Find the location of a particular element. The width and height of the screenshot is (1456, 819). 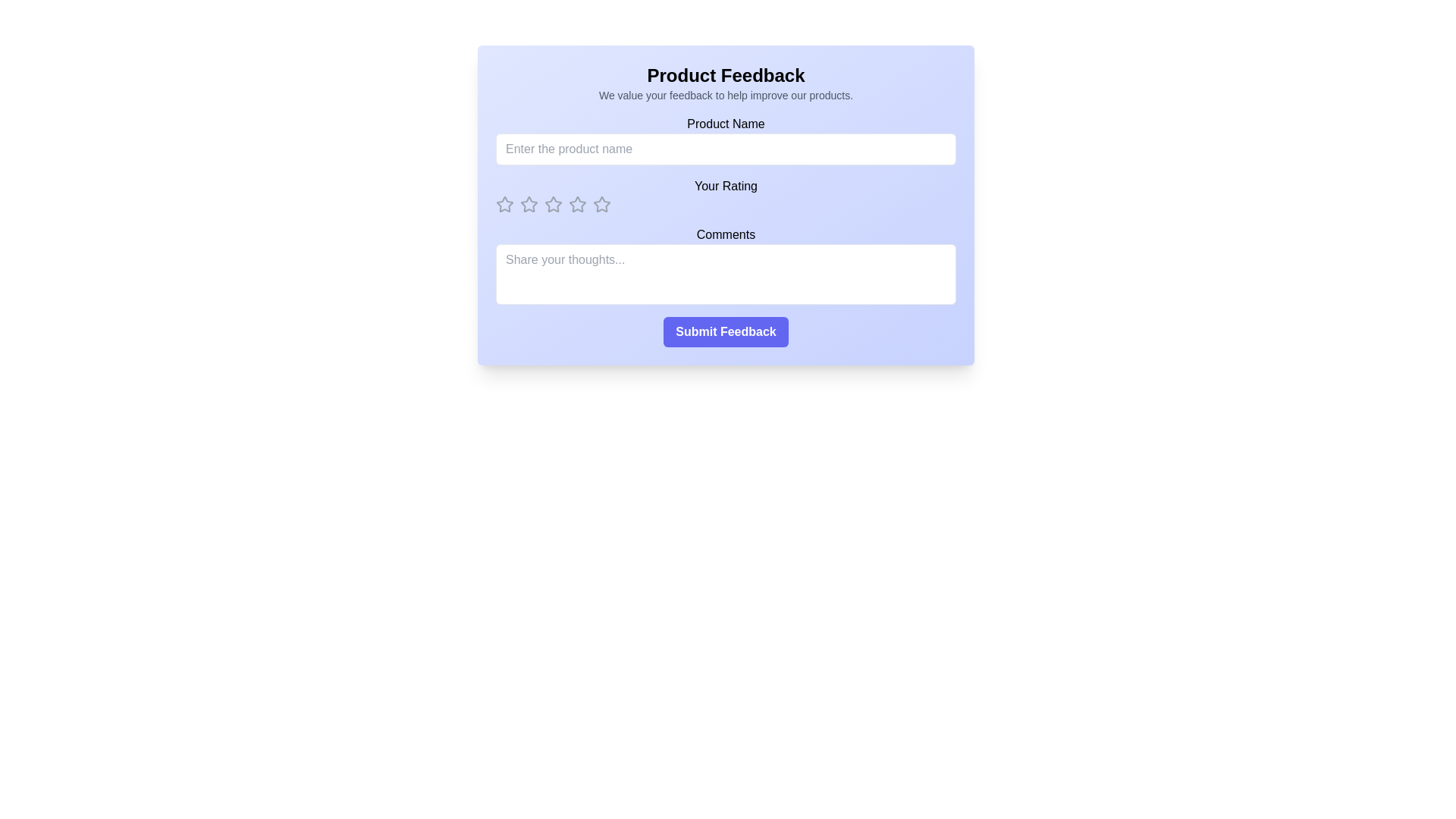

the 'Submit Feedback' button, which is a rectangular button with white, bold text on a blue background, located at the bottom of the feedback form is located at coordinates (725, 331).